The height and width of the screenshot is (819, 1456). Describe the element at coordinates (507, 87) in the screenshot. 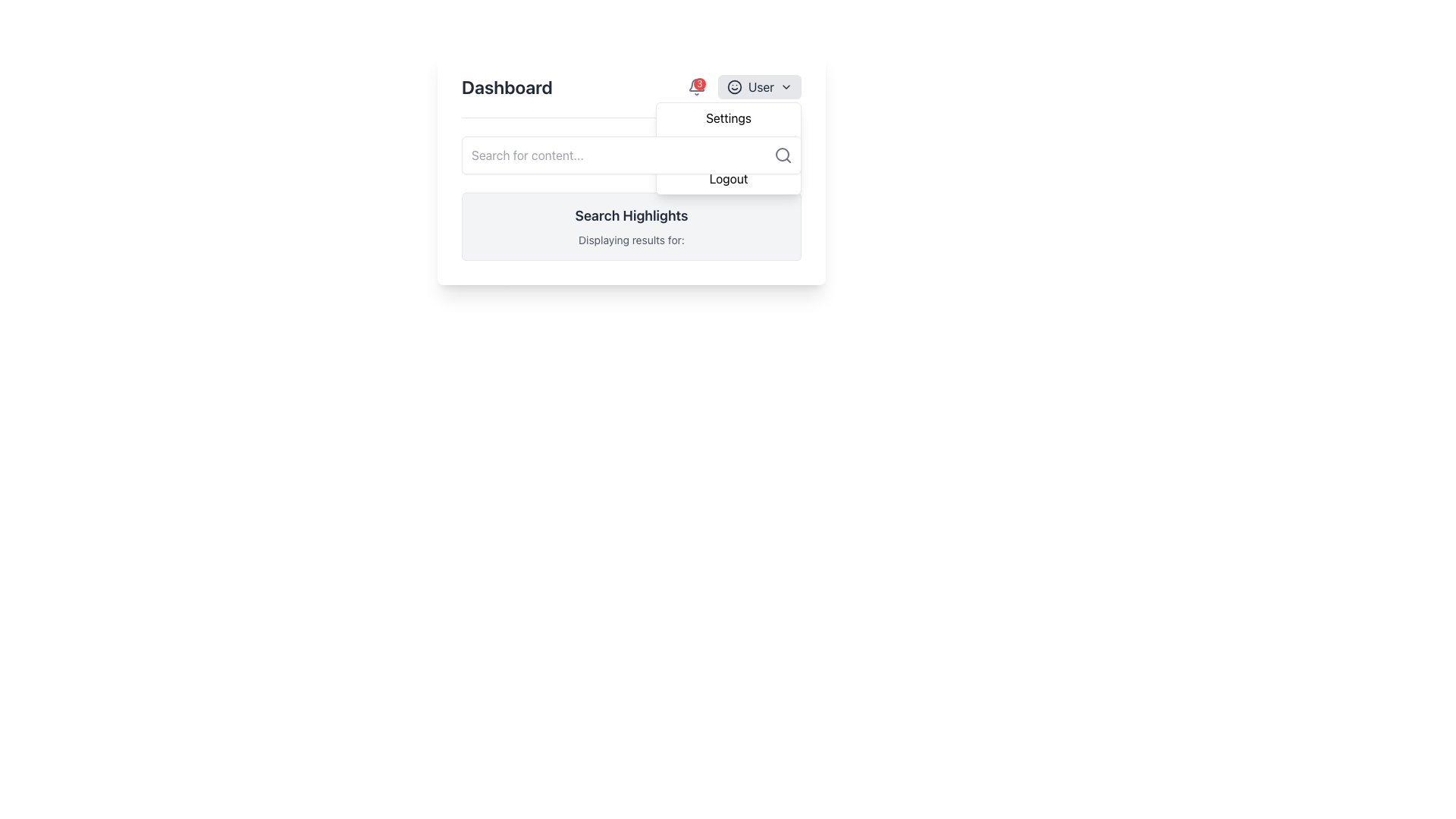

I see `text from the 'Dashboard' text label, which is prominently displayed in a large, bold, dark gray font in the top-left section of the header` at that location.